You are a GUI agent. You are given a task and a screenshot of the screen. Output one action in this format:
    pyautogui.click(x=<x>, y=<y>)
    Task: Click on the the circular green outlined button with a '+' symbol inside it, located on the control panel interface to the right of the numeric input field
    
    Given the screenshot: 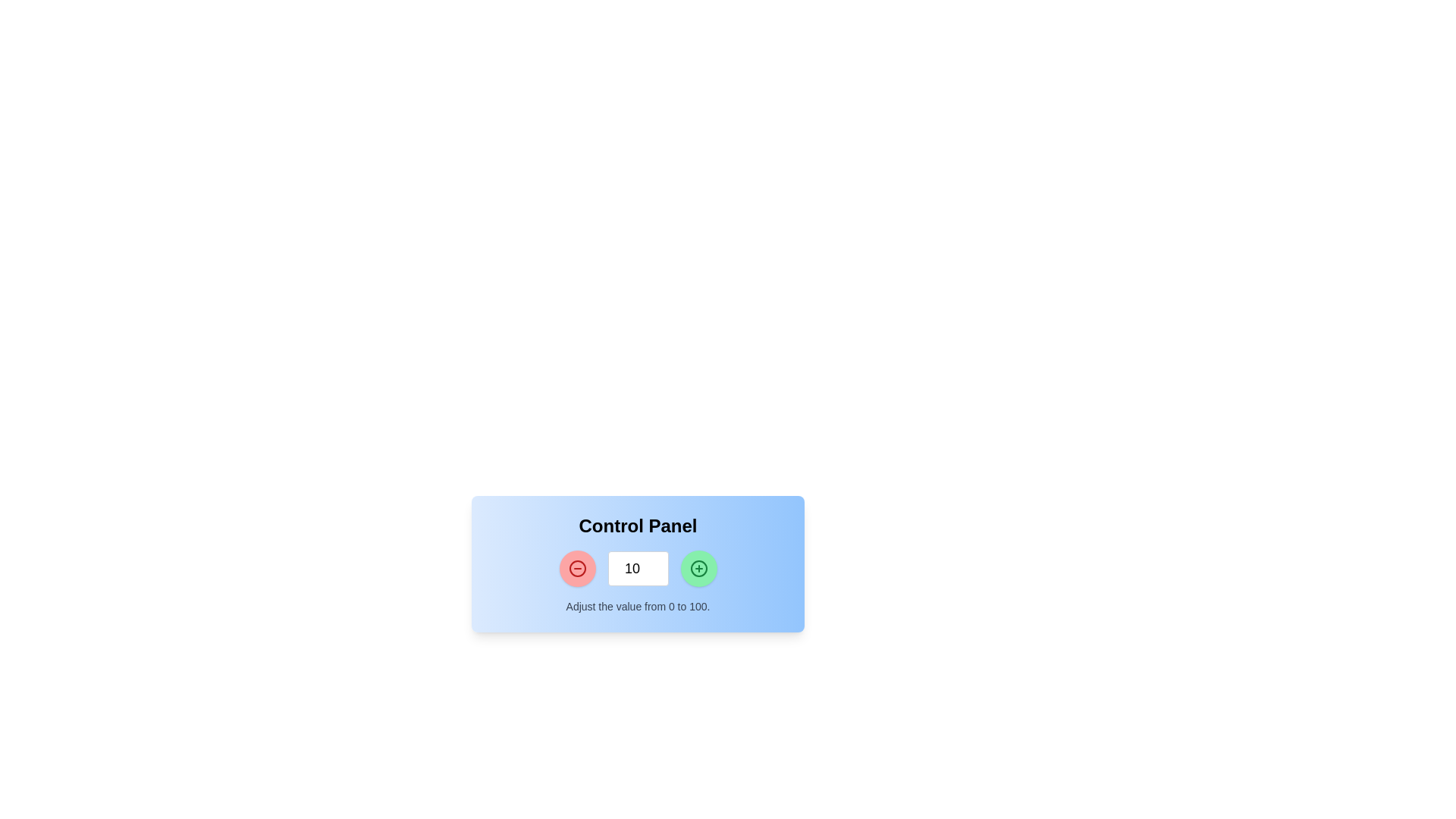 What is the action you would take?
    pyautogui.click(x=698, y=568)
    